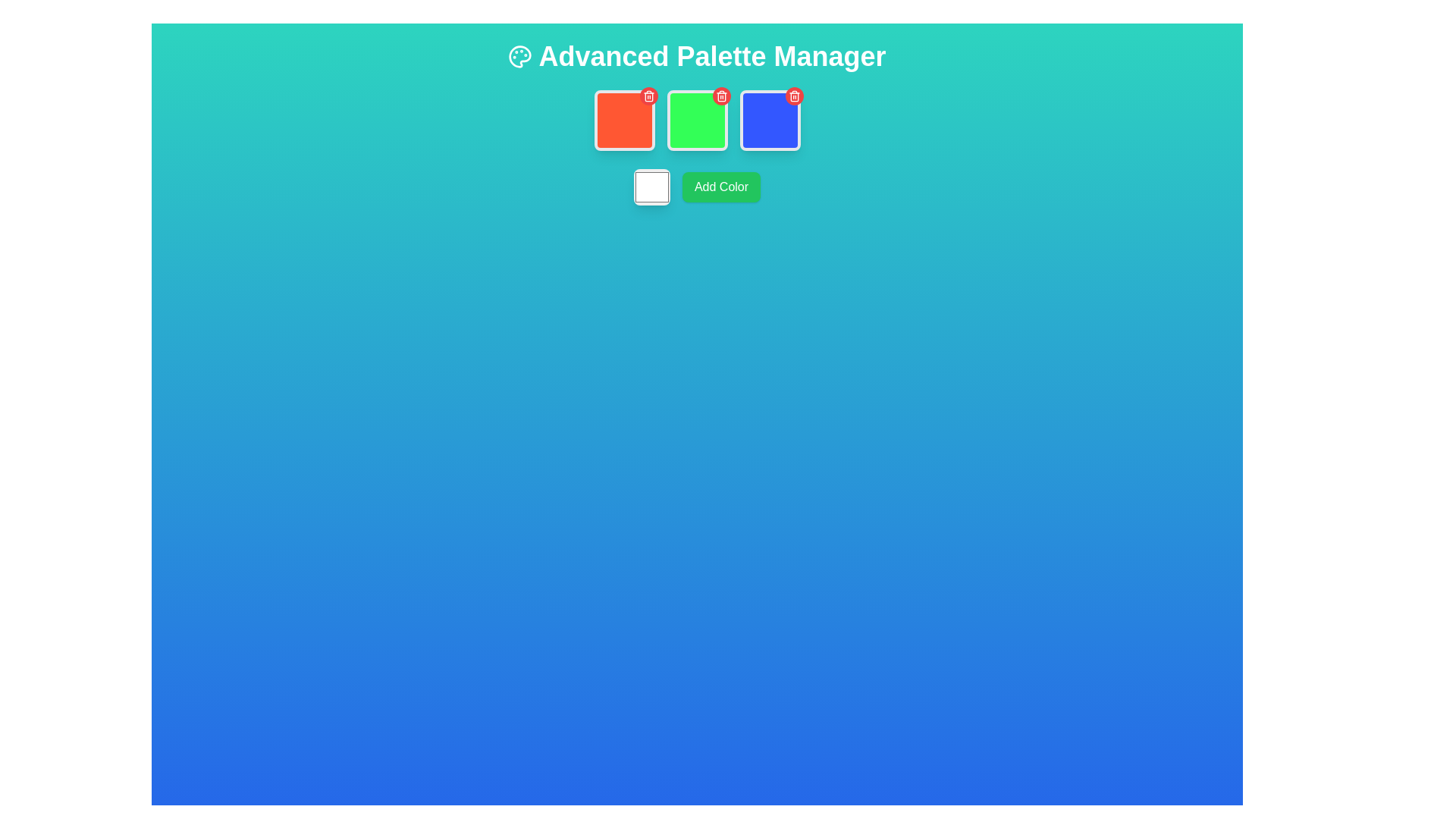  I want to click on the delete button located at the top-right corner of the bright blue interactive color tile, so click(770, 119).